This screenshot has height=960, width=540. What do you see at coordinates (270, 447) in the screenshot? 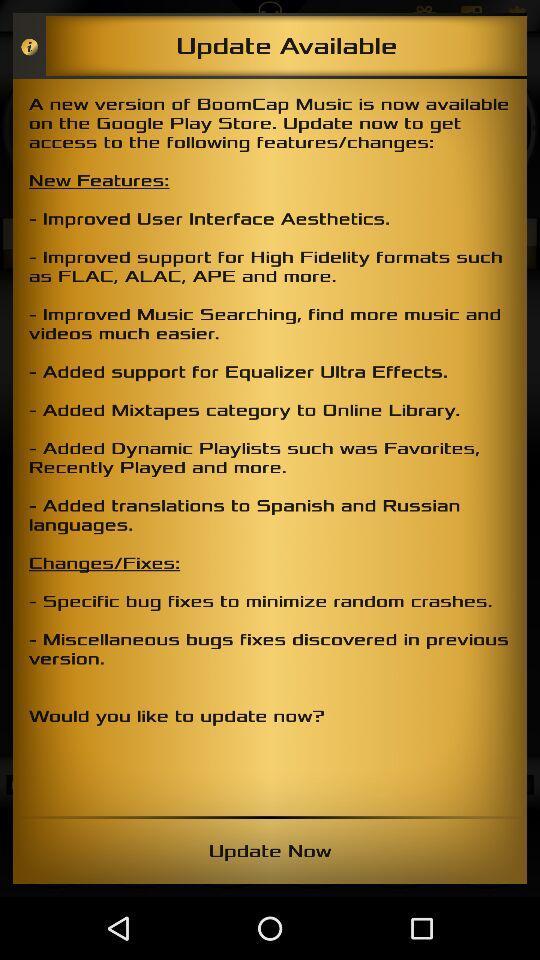
I see `the item at the center` at bounding box center [270, 447].